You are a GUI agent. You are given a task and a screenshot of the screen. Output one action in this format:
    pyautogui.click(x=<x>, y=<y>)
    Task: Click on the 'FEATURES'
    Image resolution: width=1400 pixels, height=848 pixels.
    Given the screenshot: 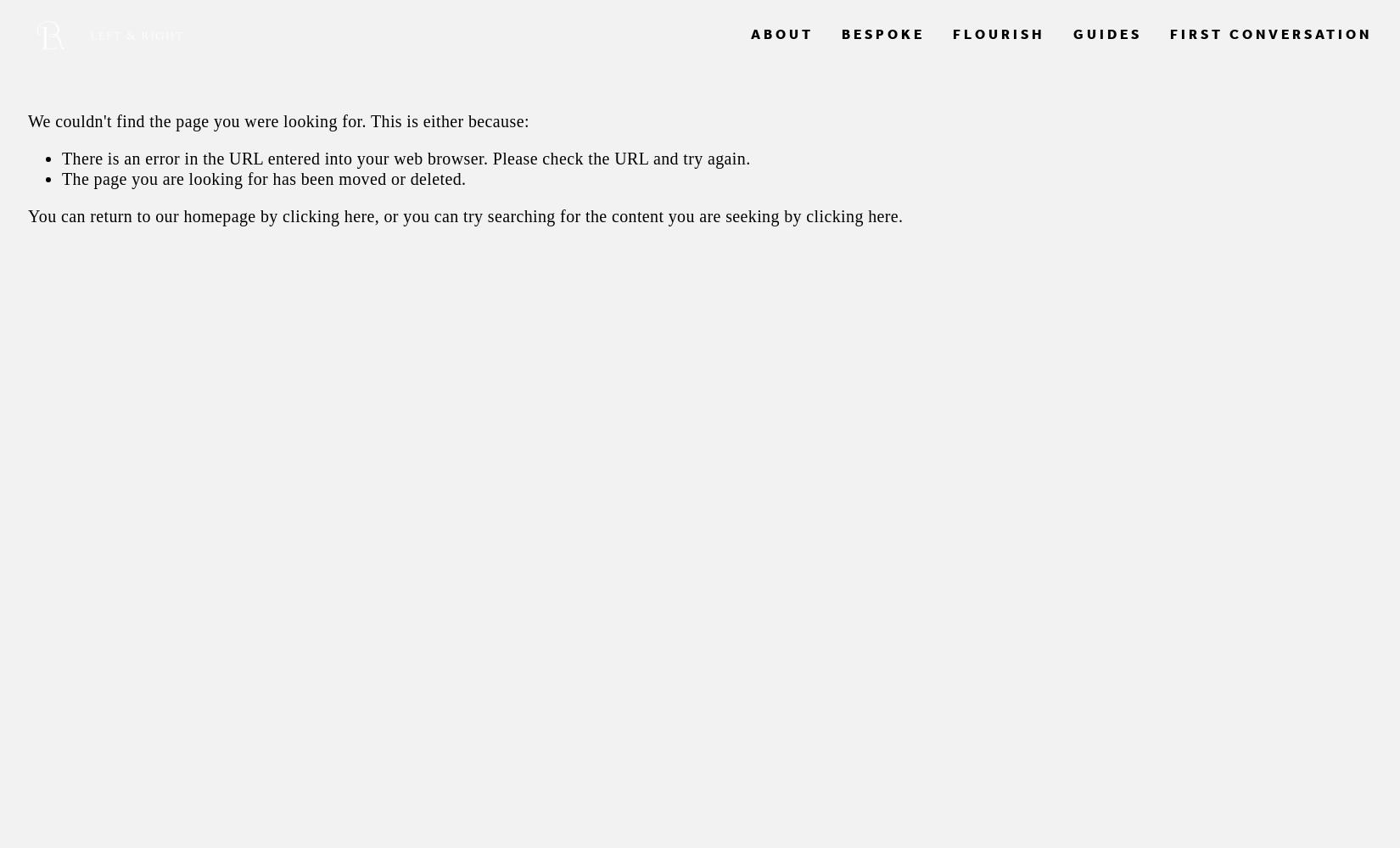 What is the action you would take?
    pyautogui.click(x=768, y=81)
    